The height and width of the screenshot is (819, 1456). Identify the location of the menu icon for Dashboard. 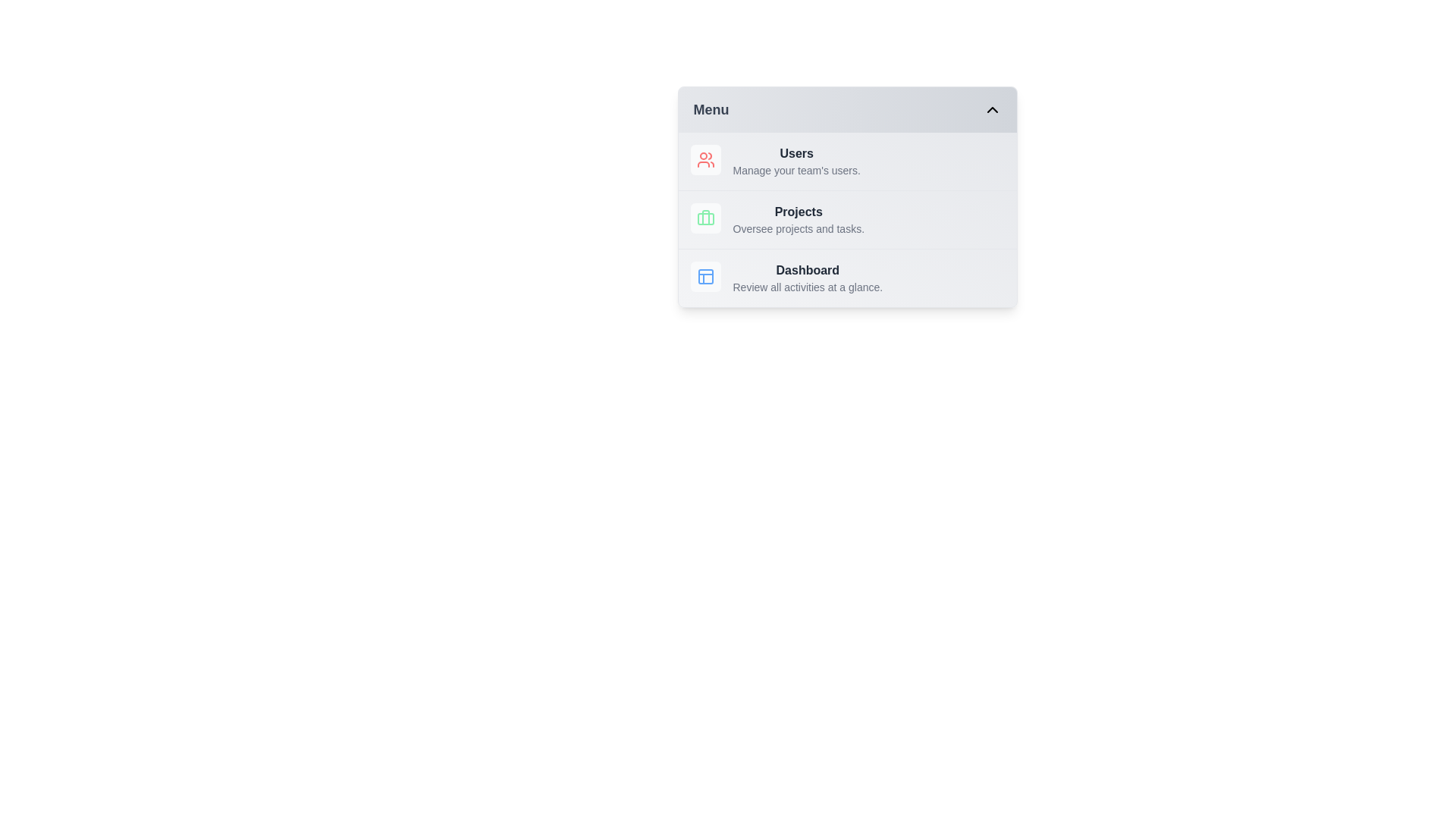
(704, 277).